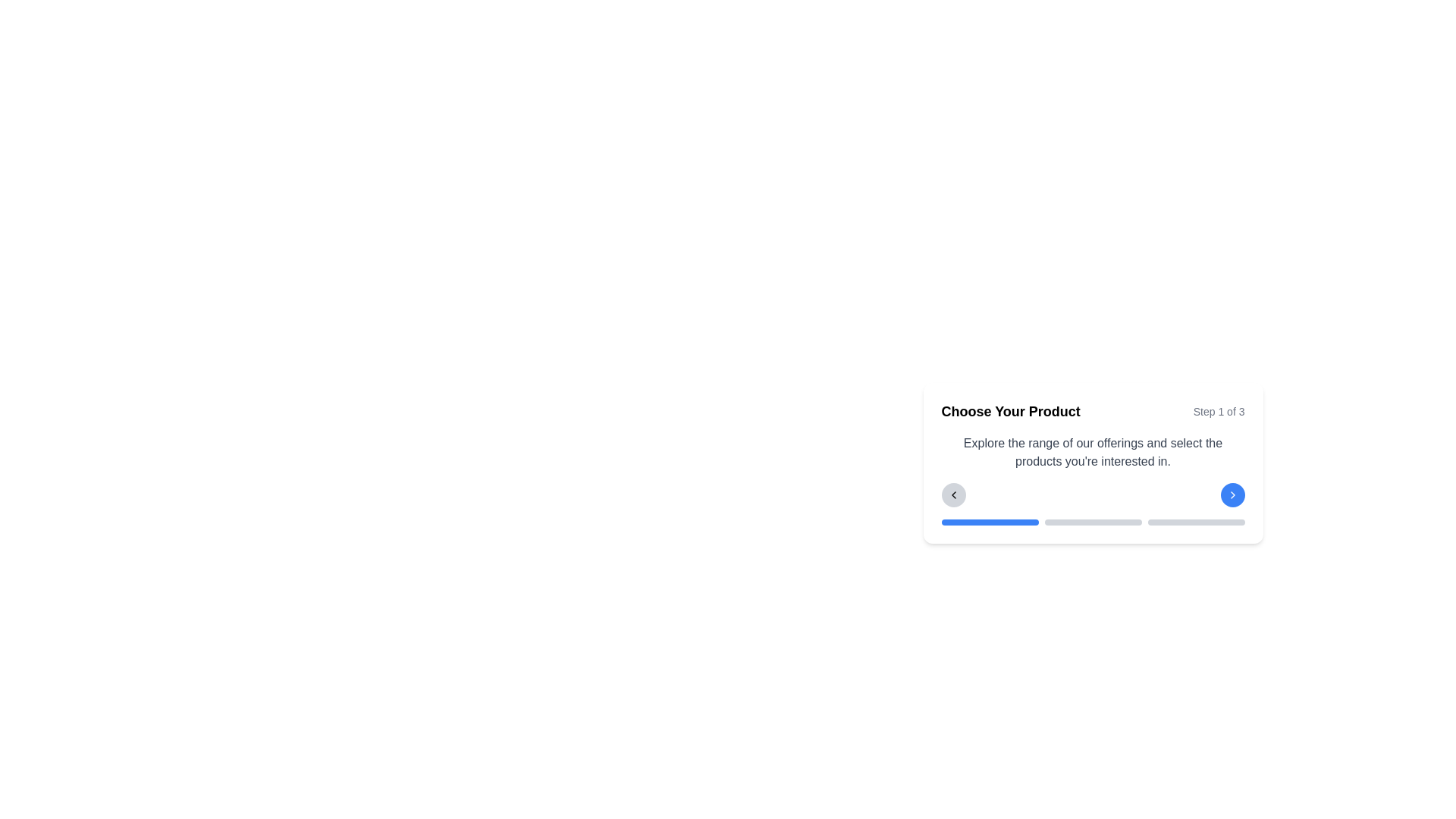 This screenshot has height=819, width=1456. Describe the element at coordinates (1232, 494) in the screenshot. I see `the small right-pointing chevron icon with a blue background located in a circular button on the far right of the navigation control area` at that location.